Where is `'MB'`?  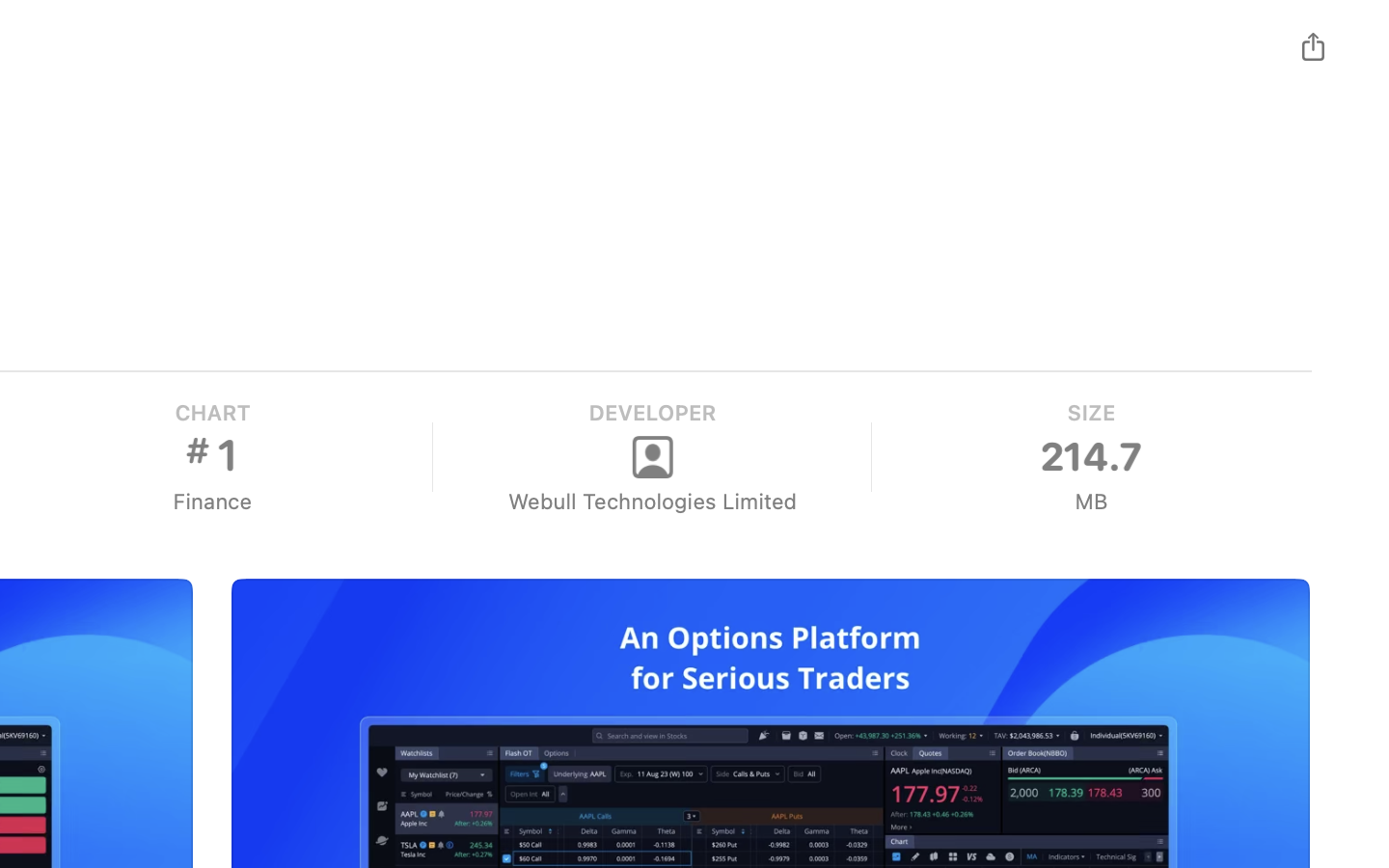
'MB' is located at coordinates (1089, 501).